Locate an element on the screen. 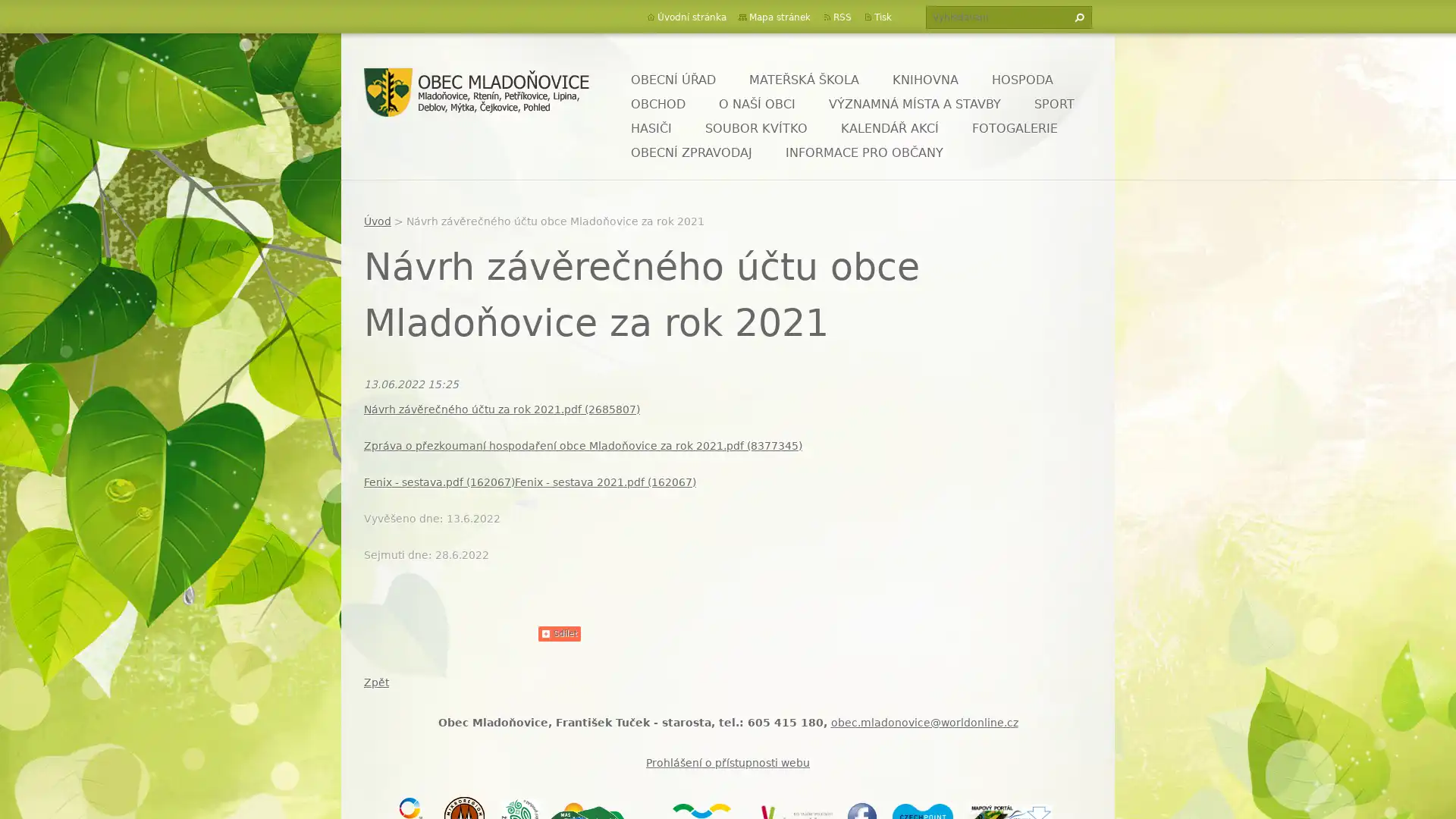  Hledat is located at coordinates (1076, 17).